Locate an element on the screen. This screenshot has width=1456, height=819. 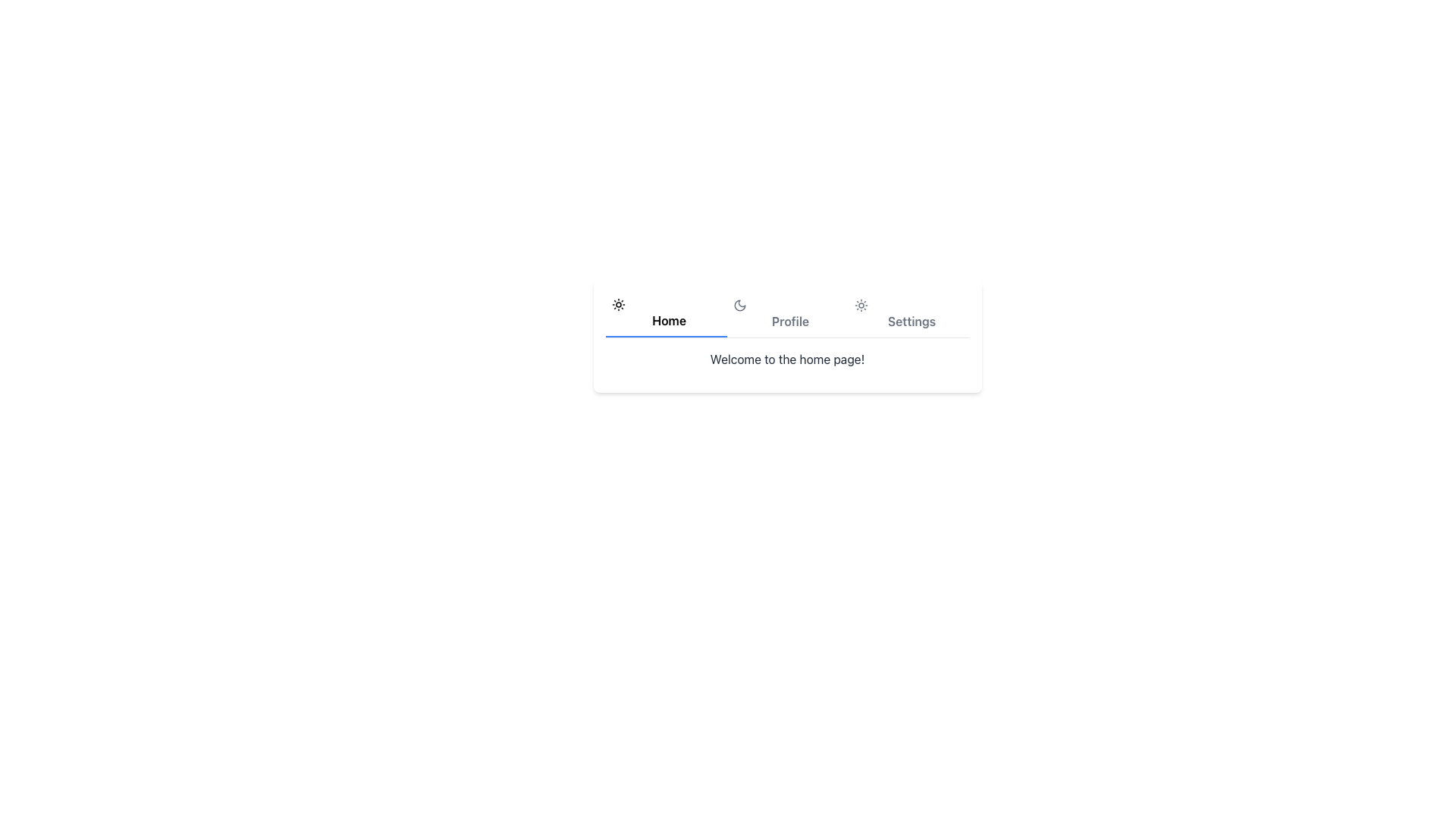
text label displaying 'Home' in a navigation menu, which is center-aligned and bold with a blue underline indicating active status is located at coordinates (668, 320).